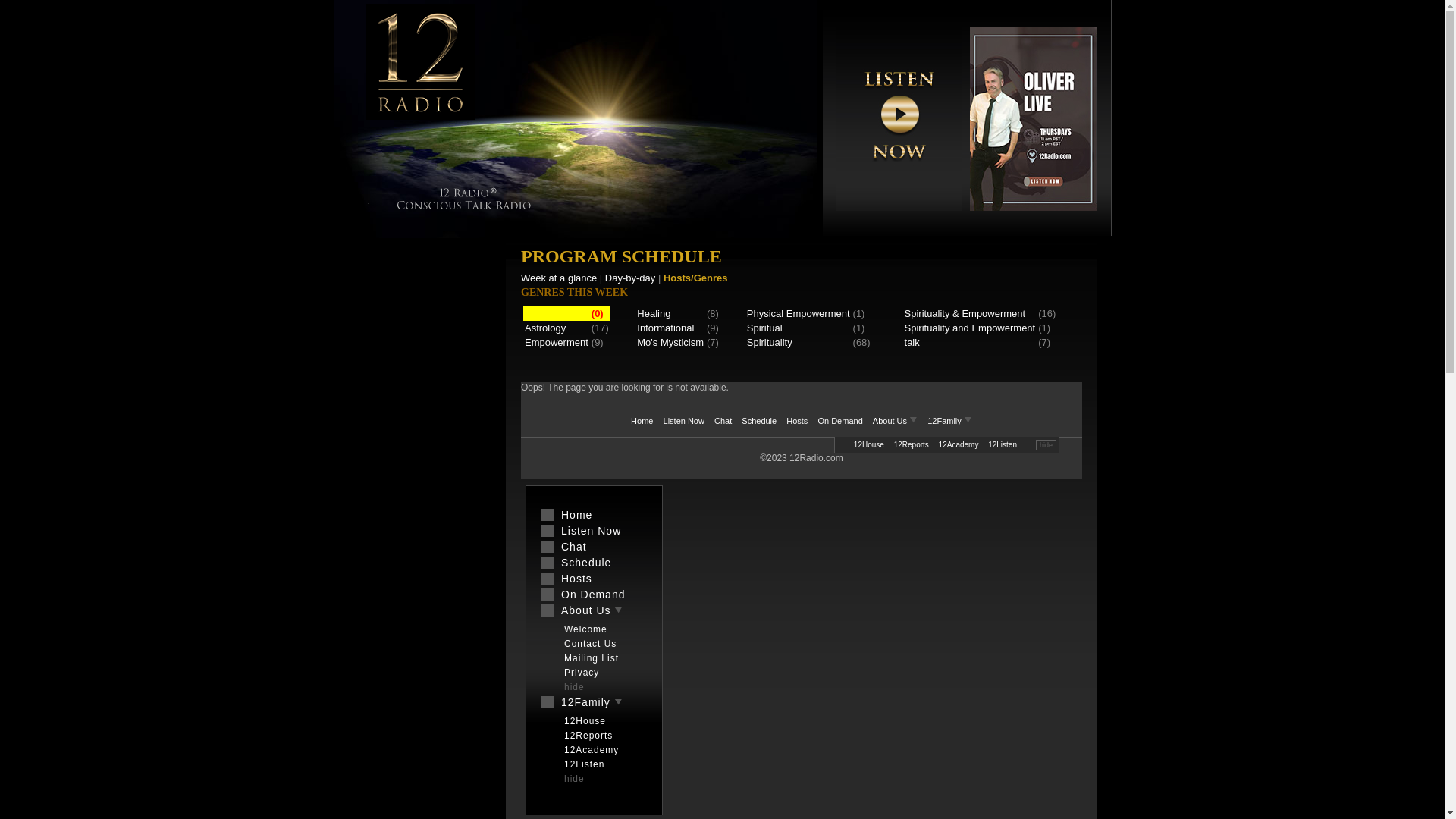  Describe the element at coordinates (905, 342) in the screenshot. I see `'talk'` at that location.